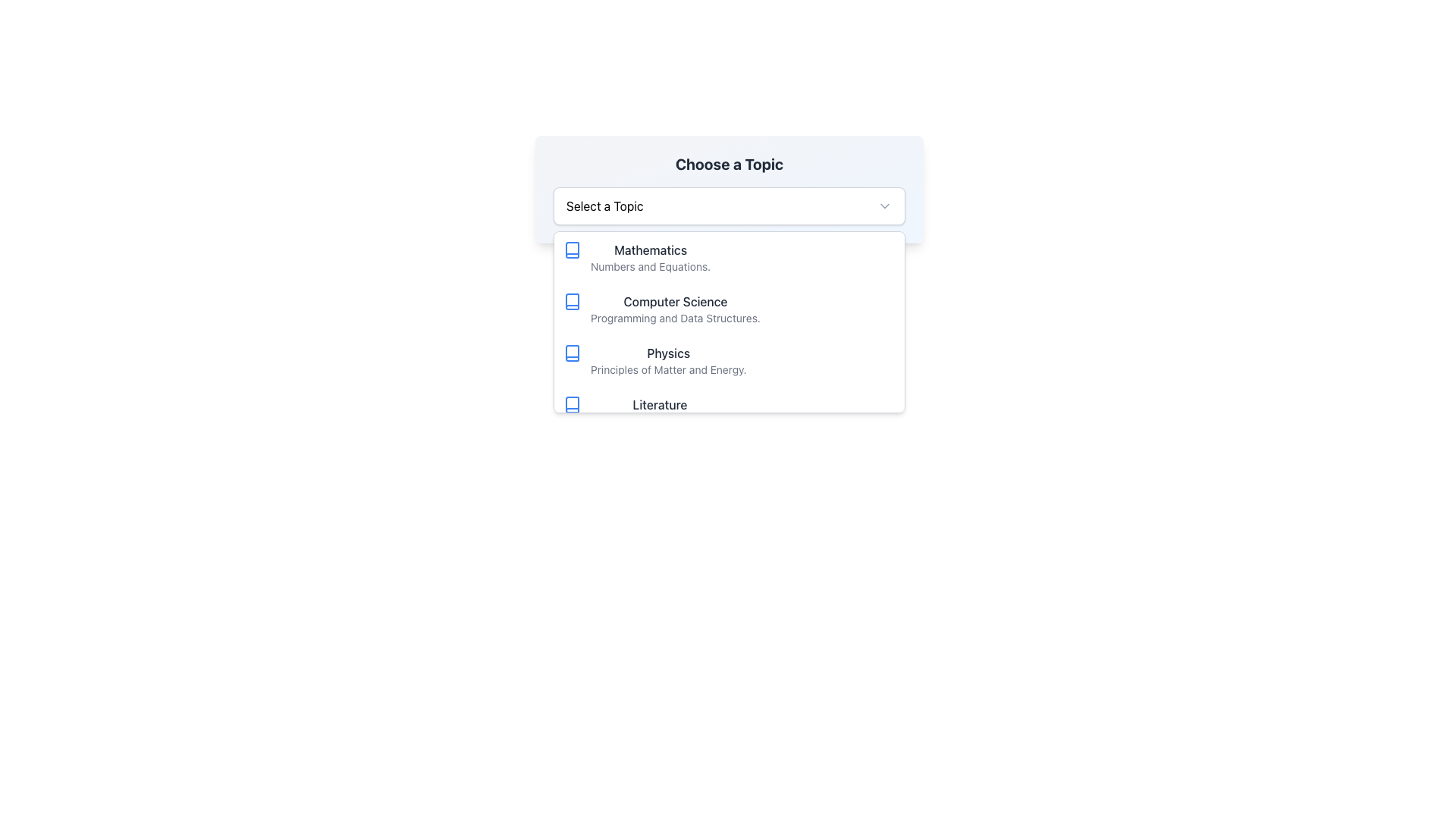  I want to click on the 'Physics' topic list item, so click(729, 360).